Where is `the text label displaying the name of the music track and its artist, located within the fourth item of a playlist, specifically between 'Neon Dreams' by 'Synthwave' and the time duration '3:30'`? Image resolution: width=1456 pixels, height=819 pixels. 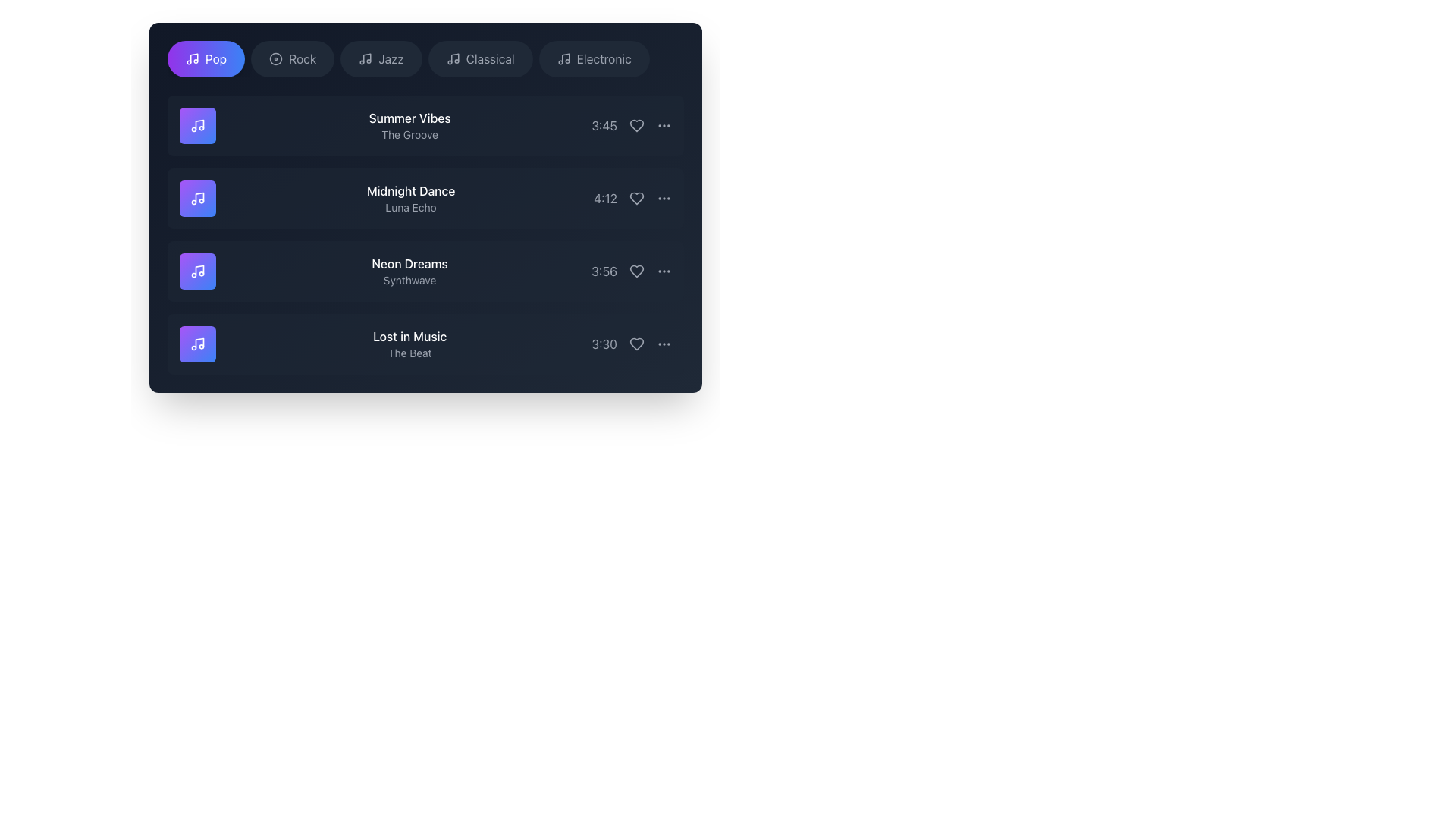
the text label displaying the name of the music track and its artist, located within the fourth item of a playlist, specifically between 'Neon Dreams' by 'Synthwave' and the time duration '3:30' is located at coordinates (409, 344).